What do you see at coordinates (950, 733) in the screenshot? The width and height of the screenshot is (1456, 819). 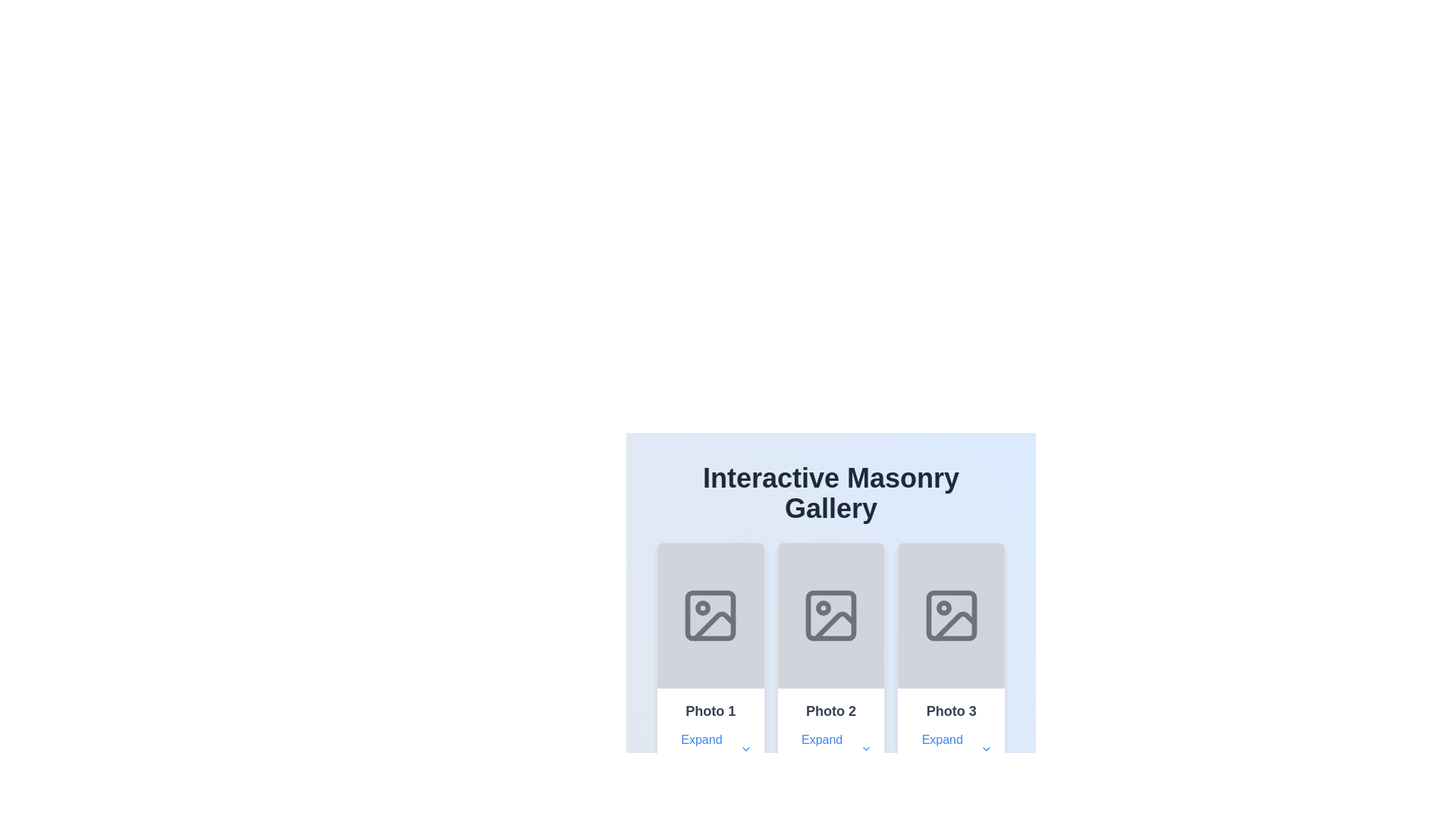 I see `the 'Expand Details' text link beneath the title 'Photo 3' in the third column of the masonry-style gallery` at bounding box center [950, 733].